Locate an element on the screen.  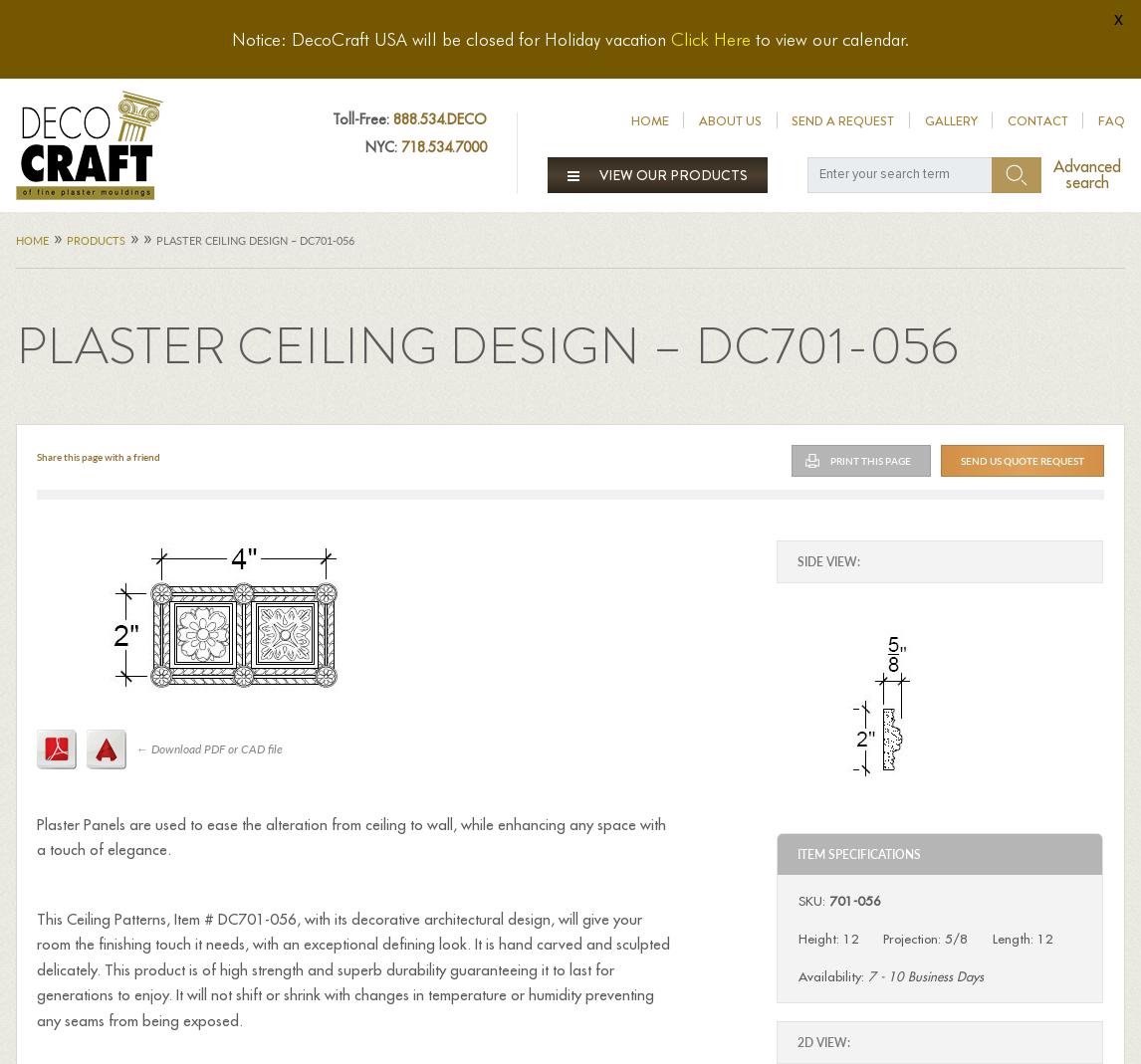
'x' is located at coordinates (1117, 18).